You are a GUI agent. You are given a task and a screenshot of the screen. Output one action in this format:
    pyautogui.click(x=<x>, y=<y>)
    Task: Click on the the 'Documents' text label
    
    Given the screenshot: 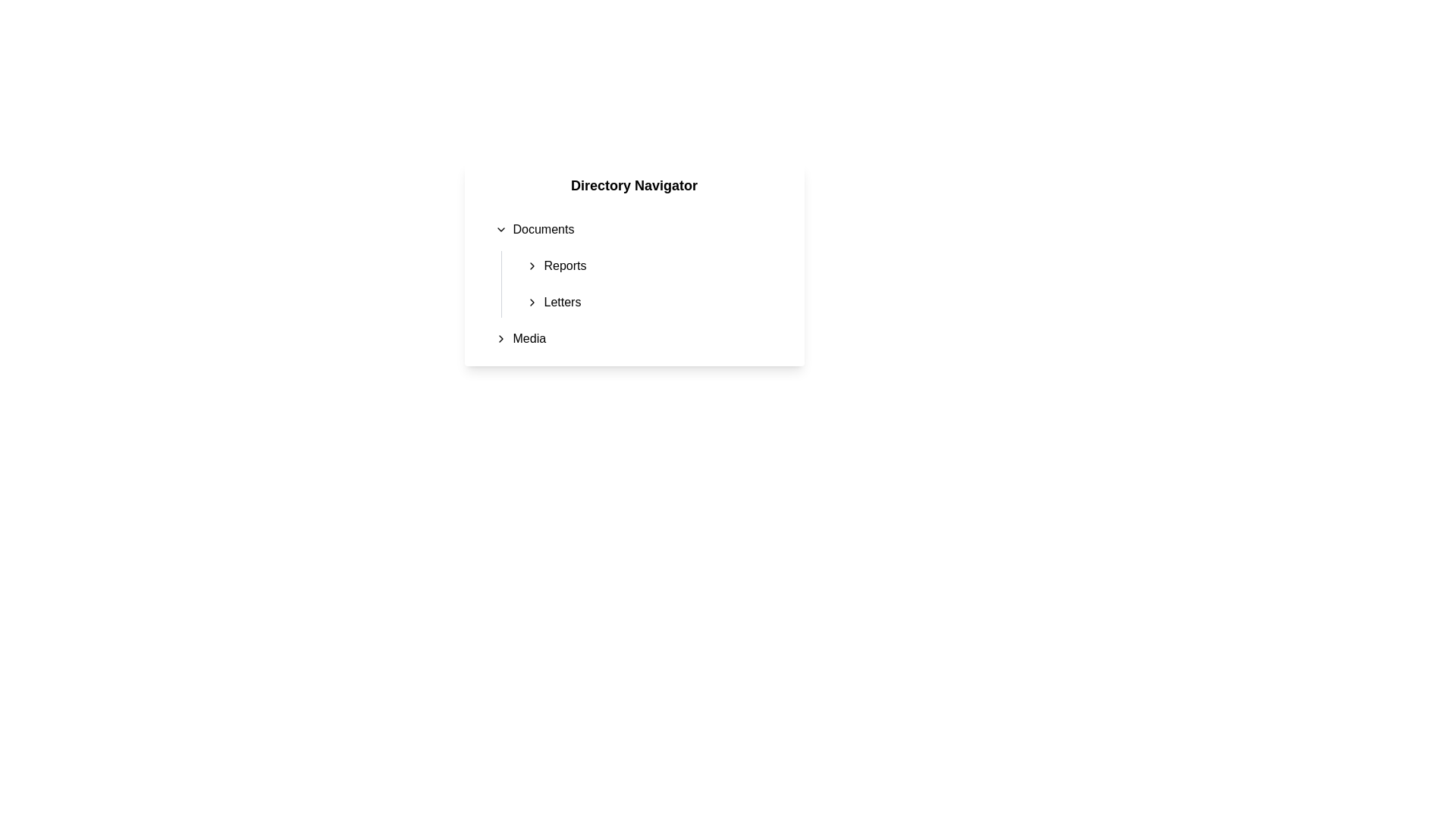 What is the action you would take?
    pyautogui.click(x=543, y=230)
    